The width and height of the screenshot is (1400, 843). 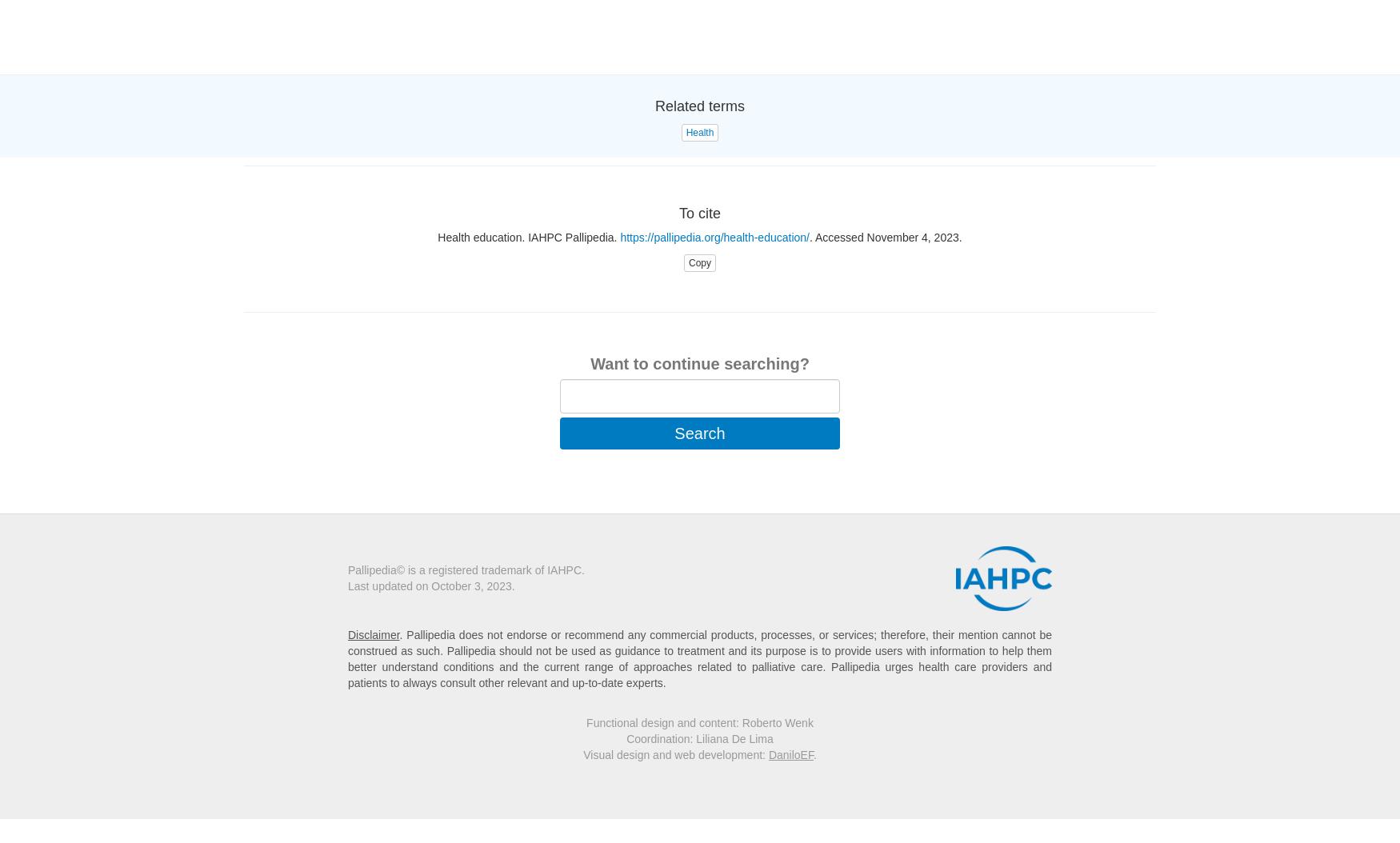 I want to click on 'Want to continue searching?', so click(x=699, y=362).